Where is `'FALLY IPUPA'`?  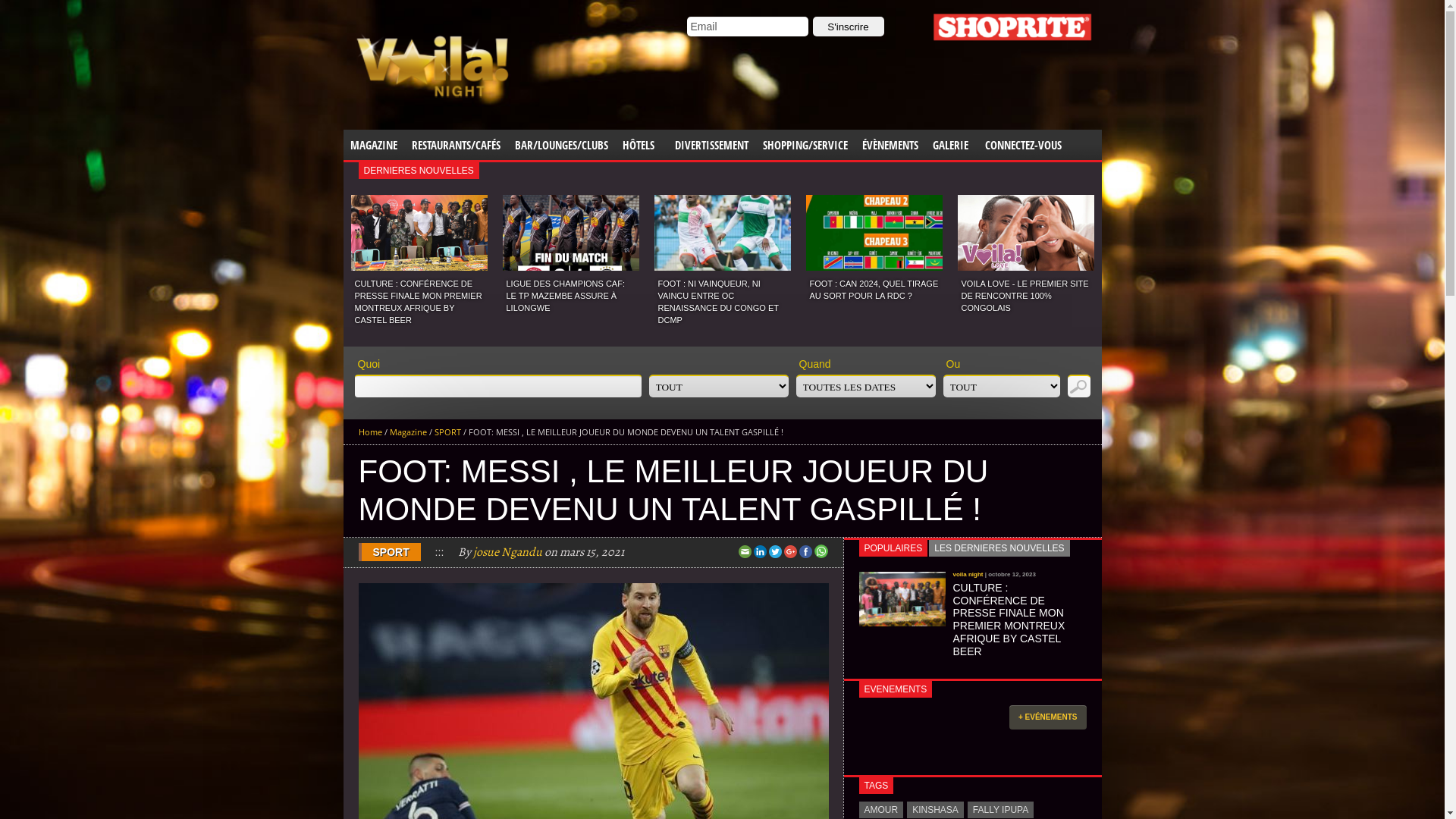 'FALLY IPUPA' is located at coordinates (1000, 809).